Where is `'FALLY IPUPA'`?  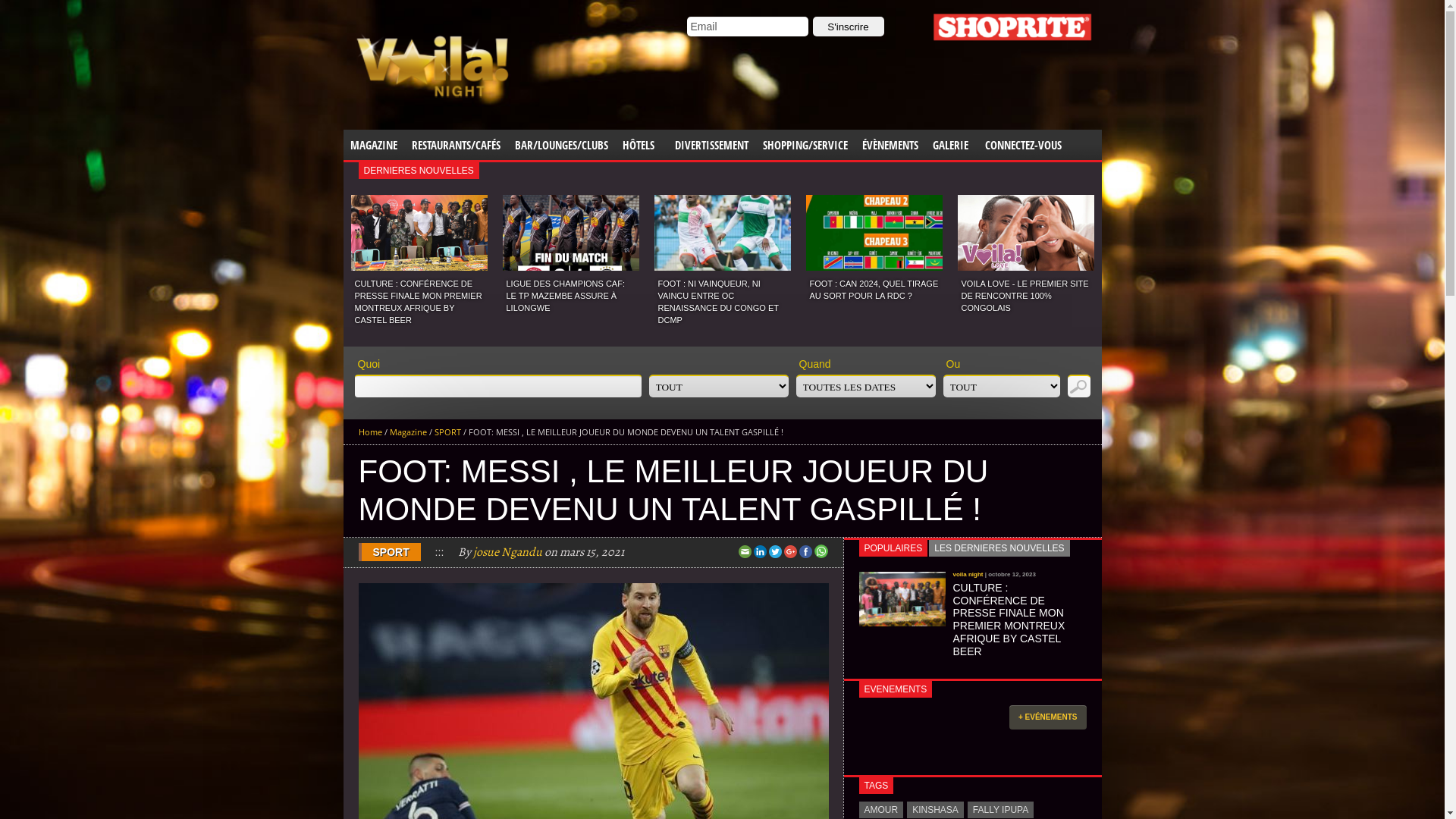 'FALLY IPUPA' is located at coordinates (1000, 809).